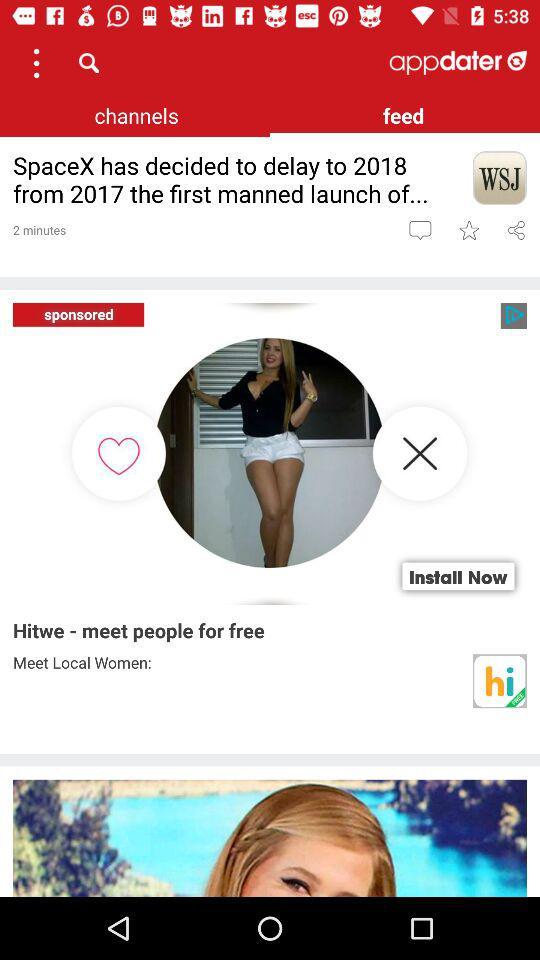  Describe the element at coordinates (36, 62) in the screenshot. I see `the more icon` at that location.